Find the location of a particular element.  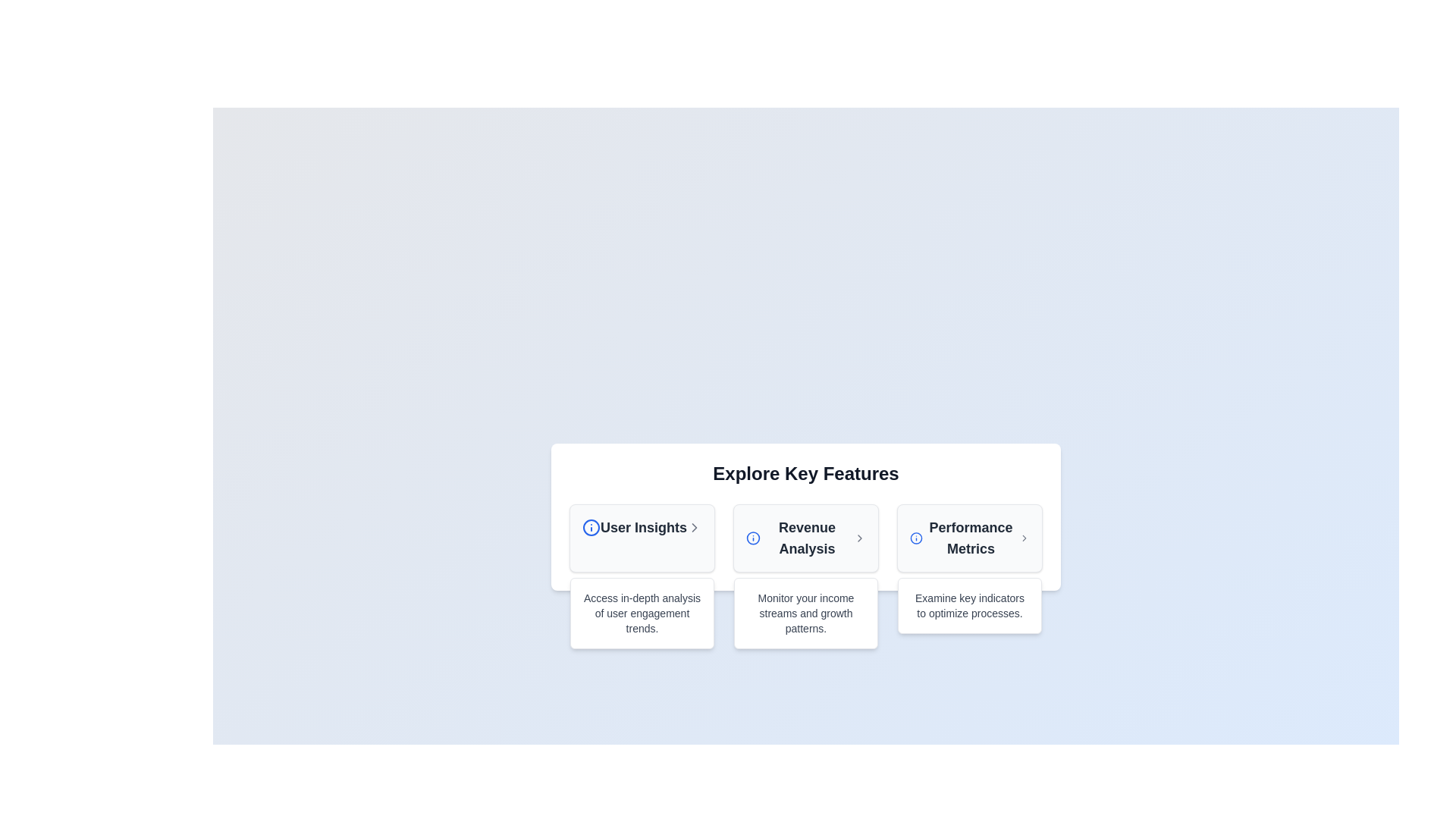

the revenue analysis card located in the middle of the horizontal row under the heading 'Explore Key Features' is located at coordinates (805, 537).